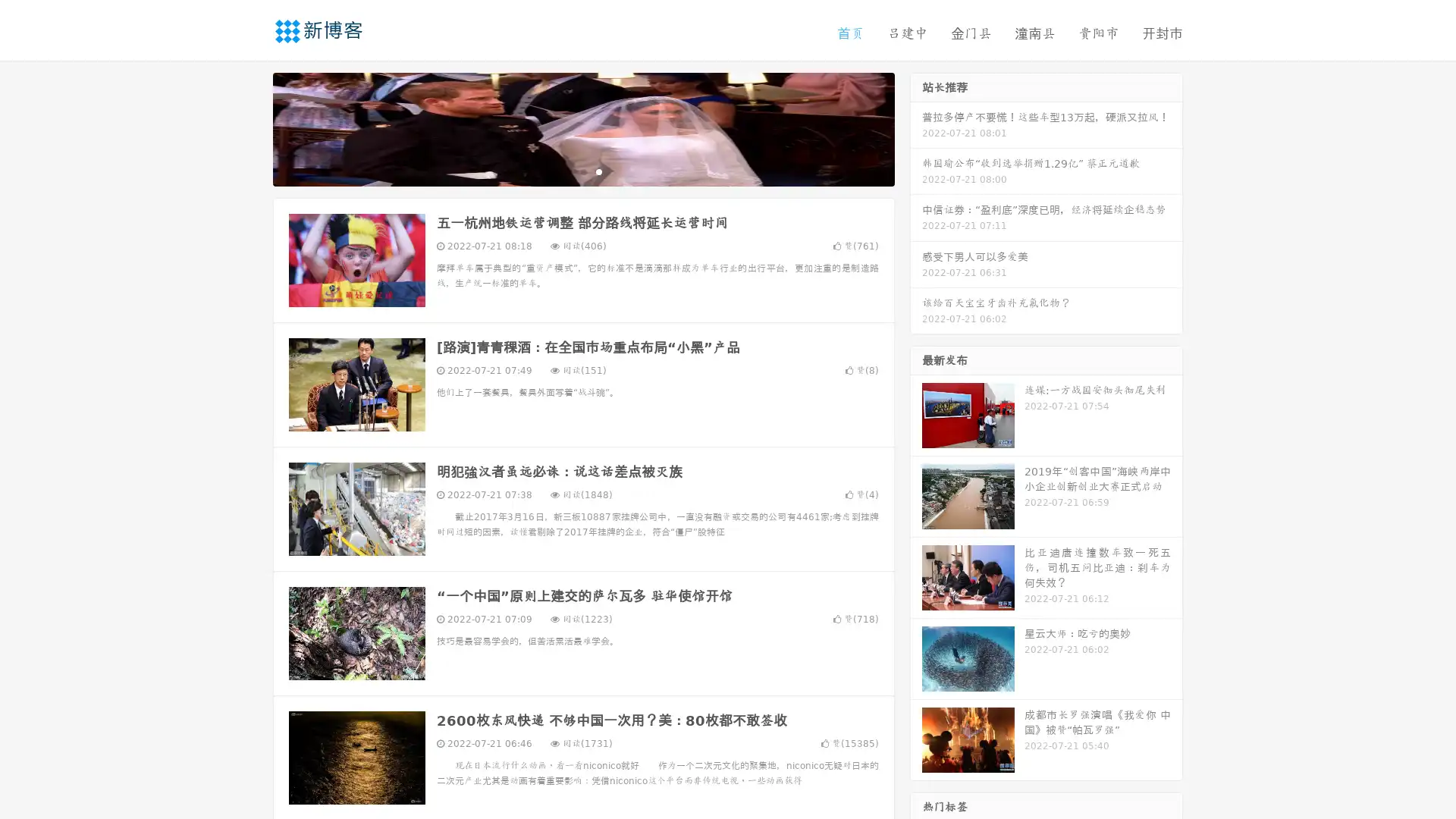  What do you see at coordinates (916, 127) in the screenshot?
I see `Next slide` at bounding box center [916, 127].